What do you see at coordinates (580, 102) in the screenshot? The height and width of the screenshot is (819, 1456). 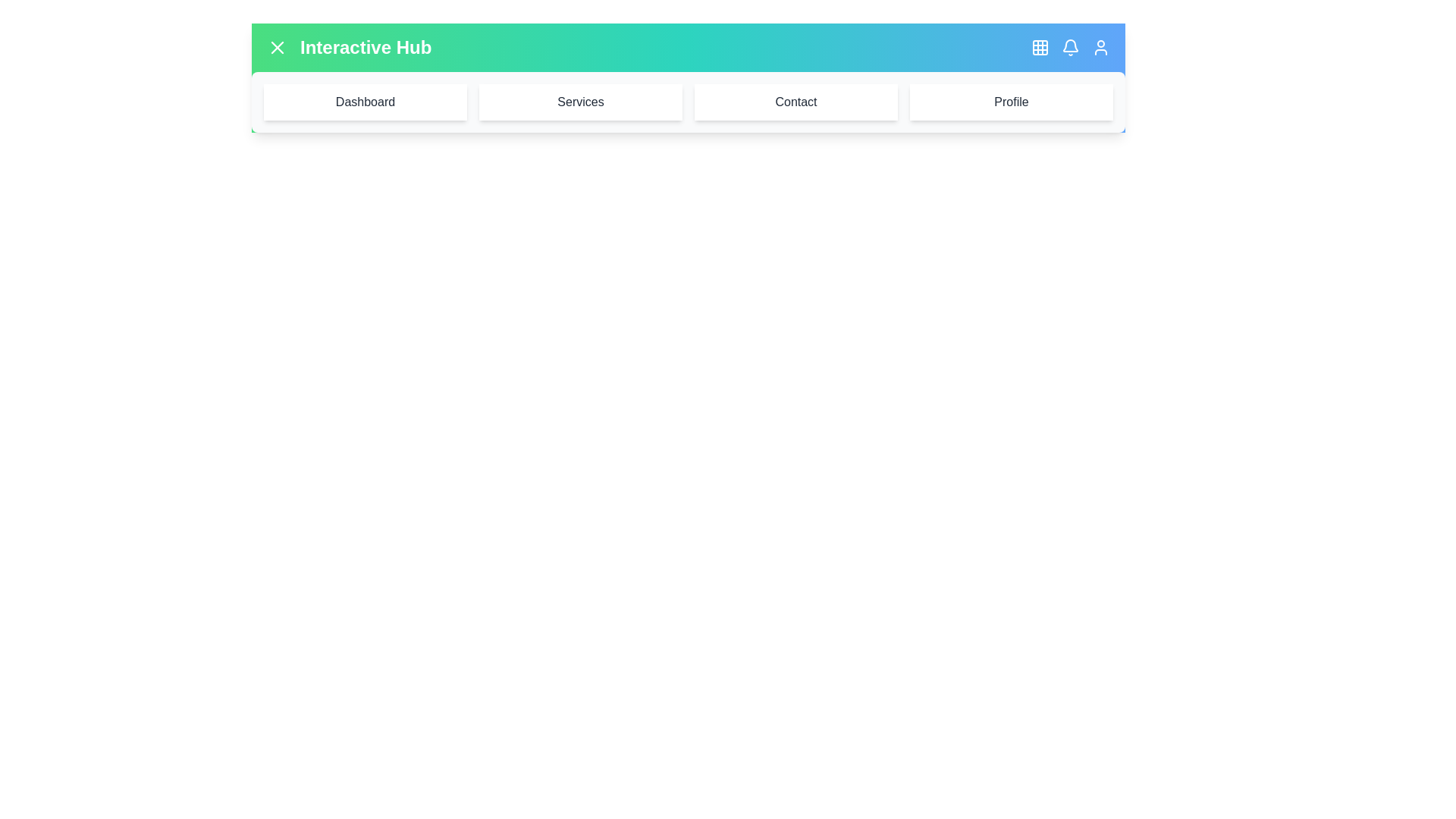 I see `the menu item Services` at bounding box center [580, 102].